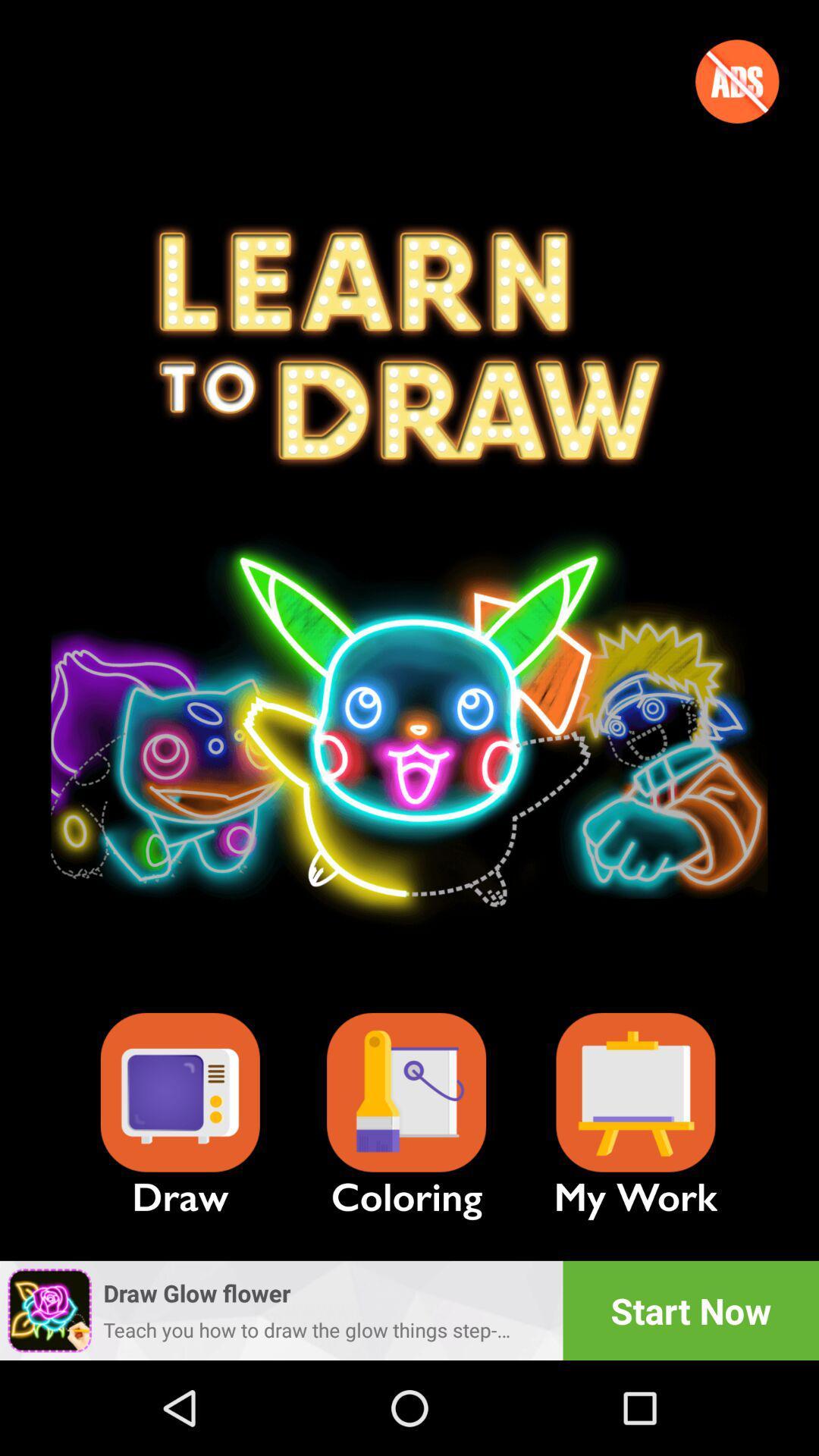 This screenshot has height=1456, width=819. Describe the element at coordinates (635, 1093) in the screenshot. I see `show your details` at that location.